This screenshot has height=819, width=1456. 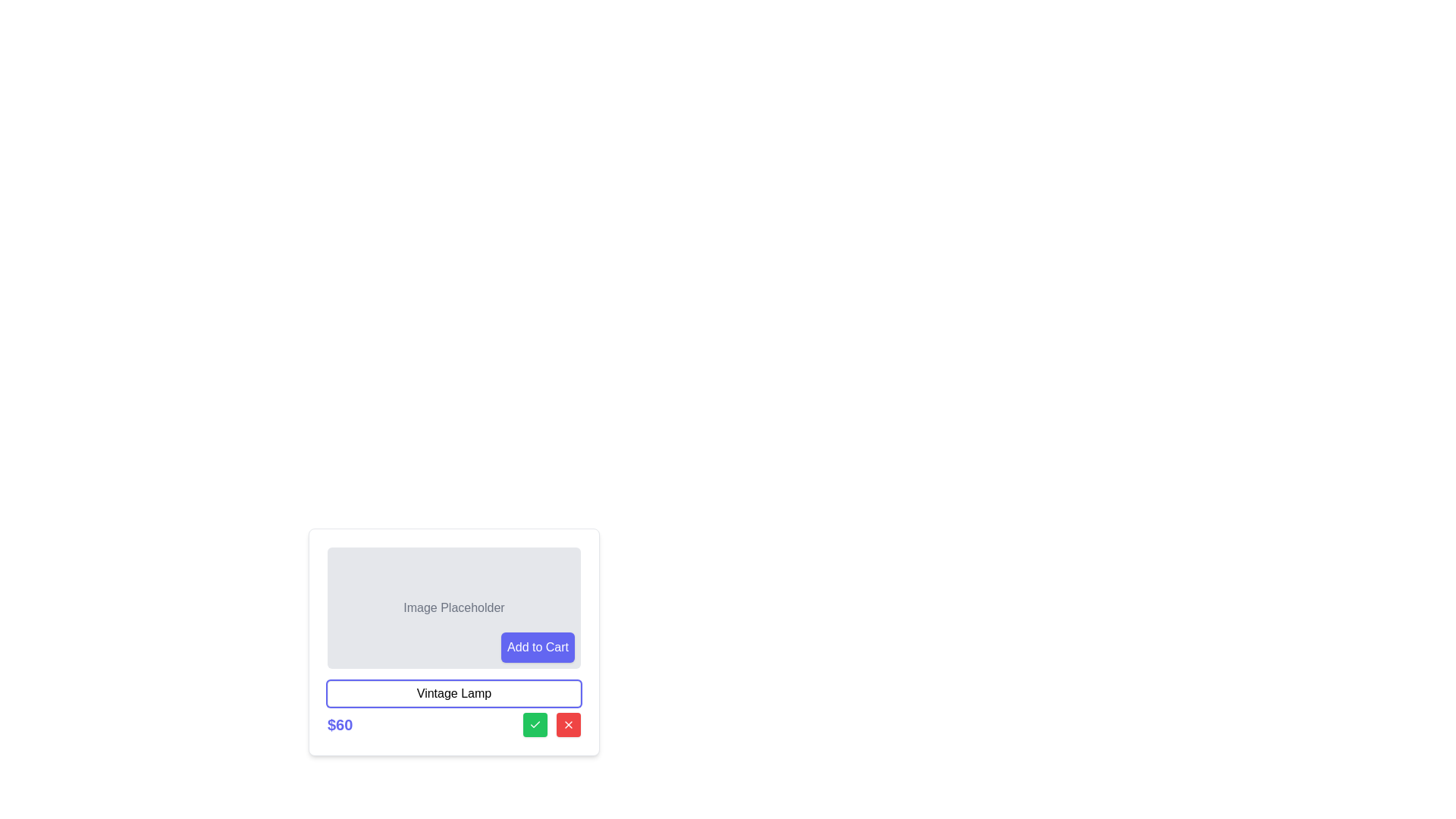 I want to click on the placeholder text label that indicates a space reserved for an image or visual content, located in the top-center of a card-like component, so click(x=453, y=607).